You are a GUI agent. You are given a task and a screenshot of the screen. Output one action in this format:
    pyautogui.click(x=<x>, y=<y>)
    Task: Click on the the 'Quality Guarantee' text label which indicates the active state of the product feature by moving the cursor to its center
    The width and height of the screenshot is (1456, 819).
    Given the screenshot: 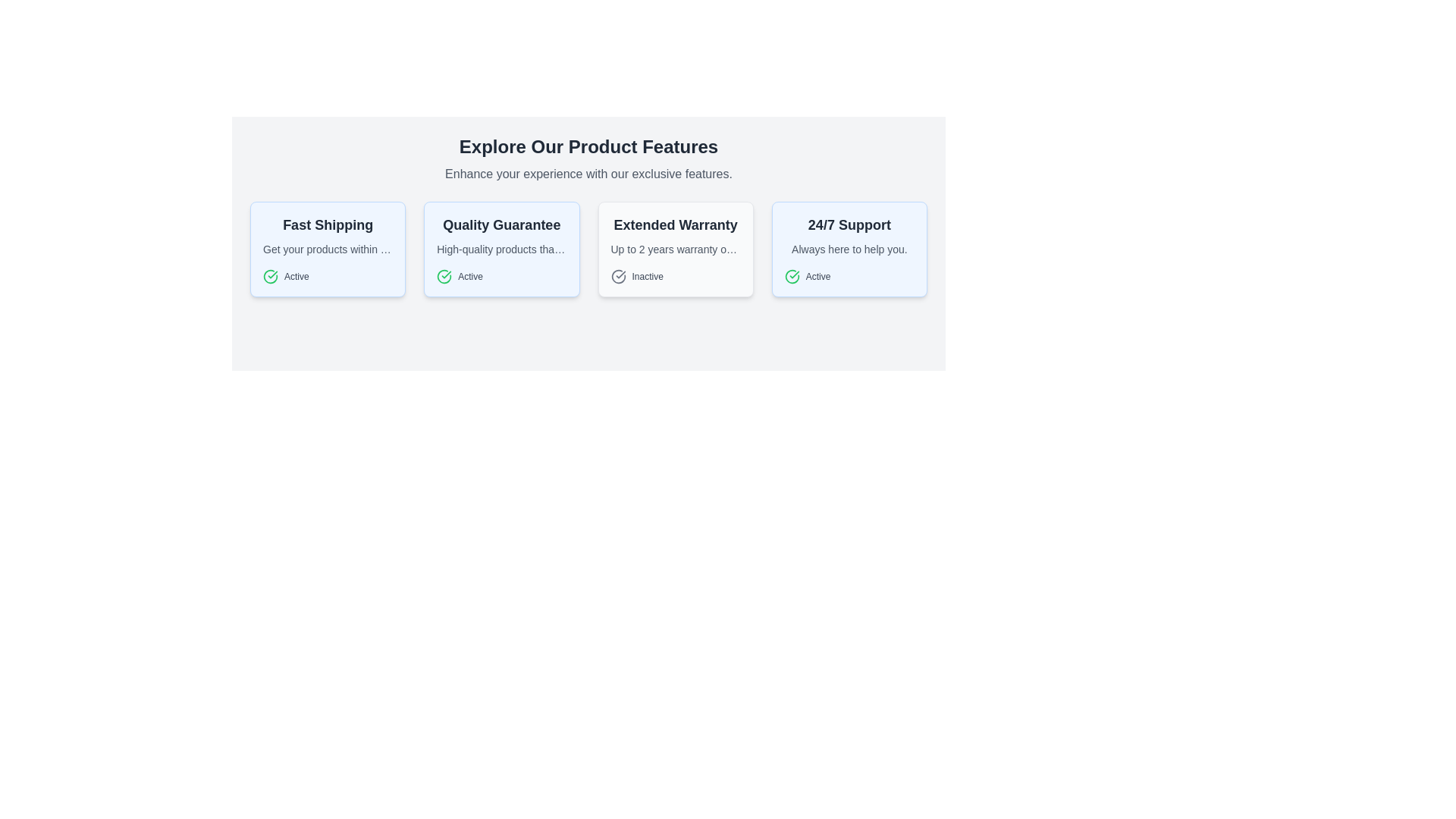 What is the action you would take?
    pyautogui.click(x=501, y=277)
    